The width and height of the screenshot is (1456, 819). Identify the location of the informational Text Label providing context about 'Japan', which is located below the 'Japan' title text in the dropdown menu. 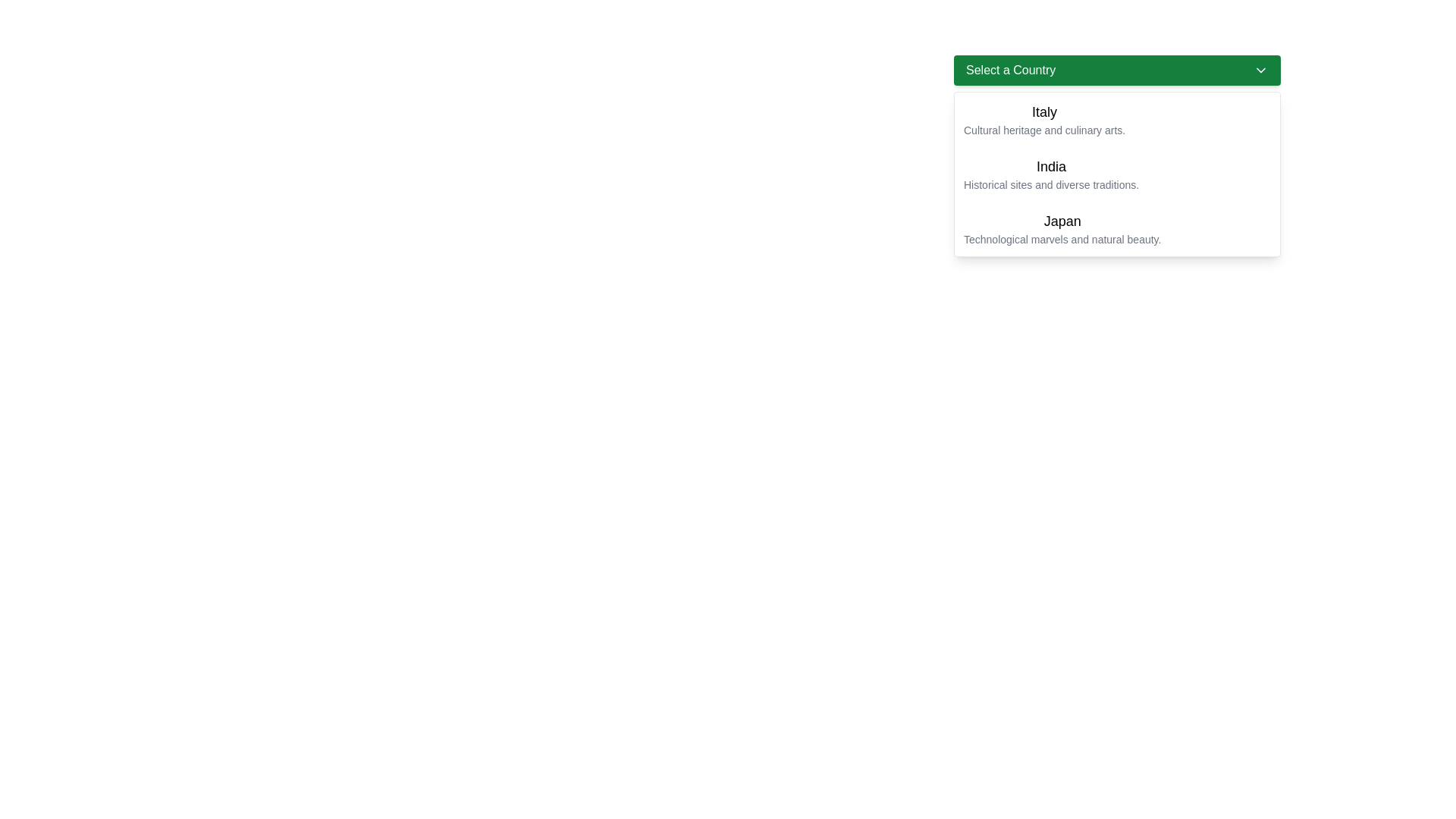
(1062, 239).